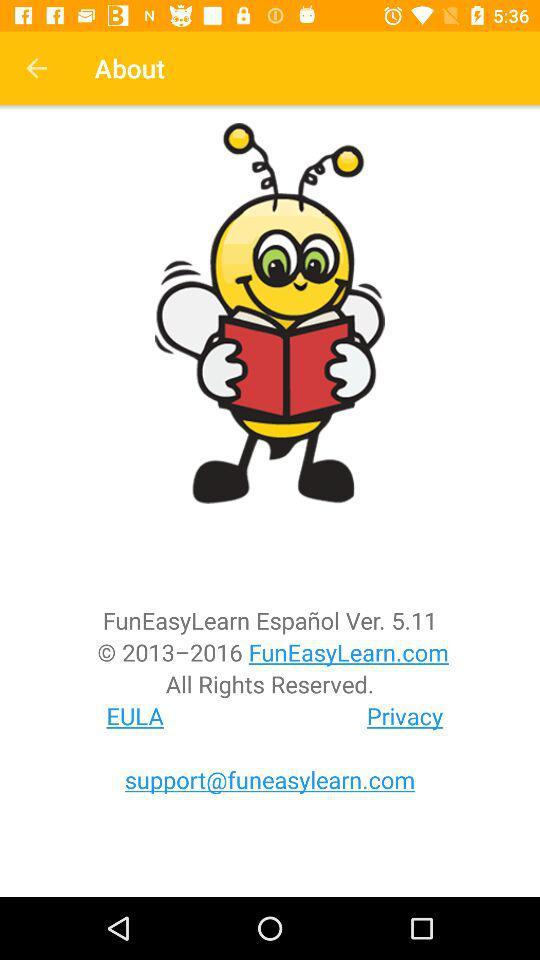  What do you see at coordinates (135, 716) in the screenshot?
I see `the item at the bottom left corner` at bounding box center [135, 716].